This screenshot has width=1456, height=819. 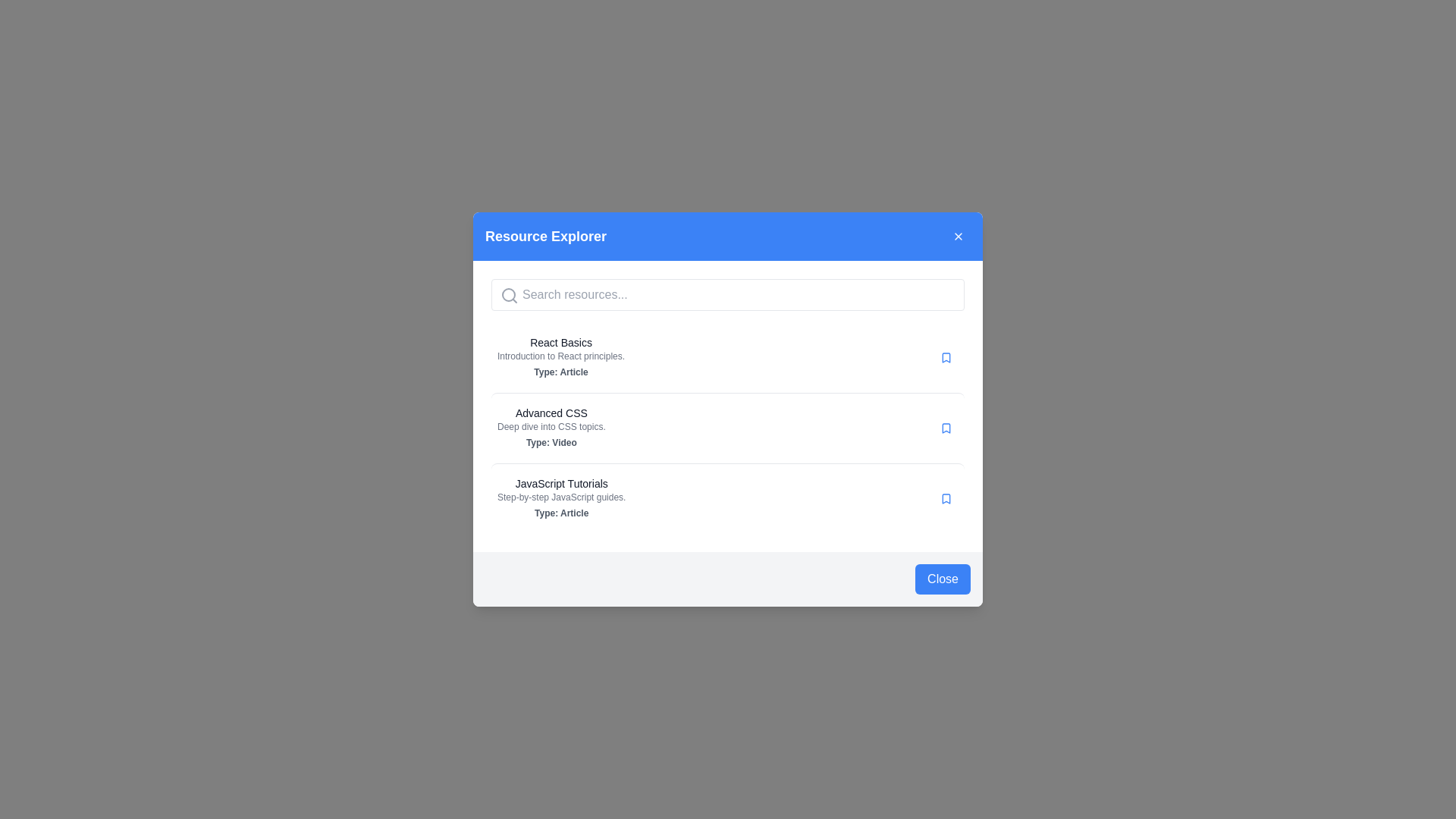 I want to click on the bookmarking icon located at the far right of the second entry in the resource list within the centered modal, so click(x=946, y=428).